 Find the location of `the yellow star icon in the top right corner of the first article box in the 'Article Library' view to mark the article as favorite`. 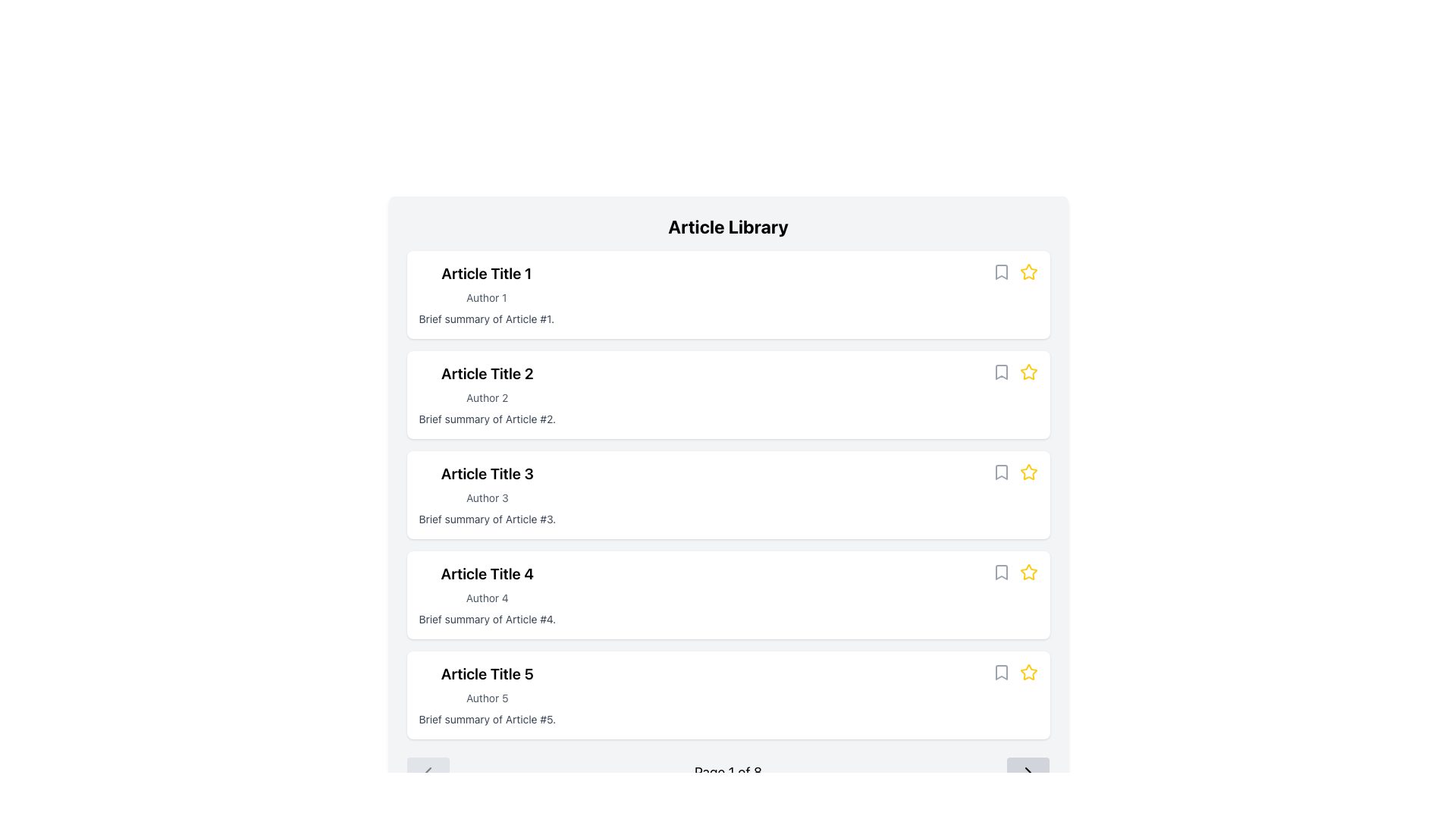

the yellow star icon in the top right corner of the first article box in the 'Article Library' view to mark the article as favorite is located at coordinates (1015, 271).